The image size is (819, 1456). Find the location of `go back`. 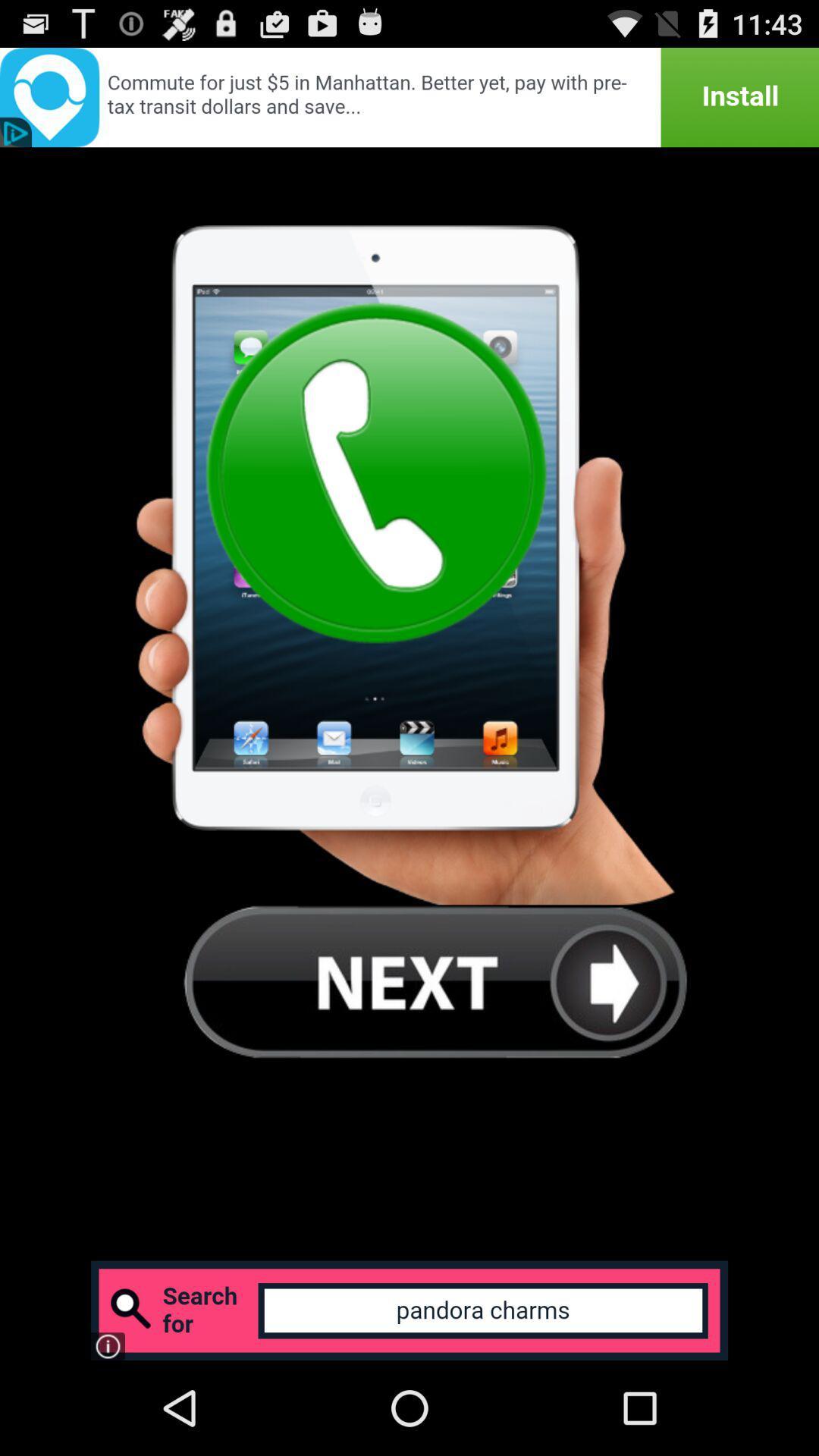

go back is located at coordinates (435, 981).